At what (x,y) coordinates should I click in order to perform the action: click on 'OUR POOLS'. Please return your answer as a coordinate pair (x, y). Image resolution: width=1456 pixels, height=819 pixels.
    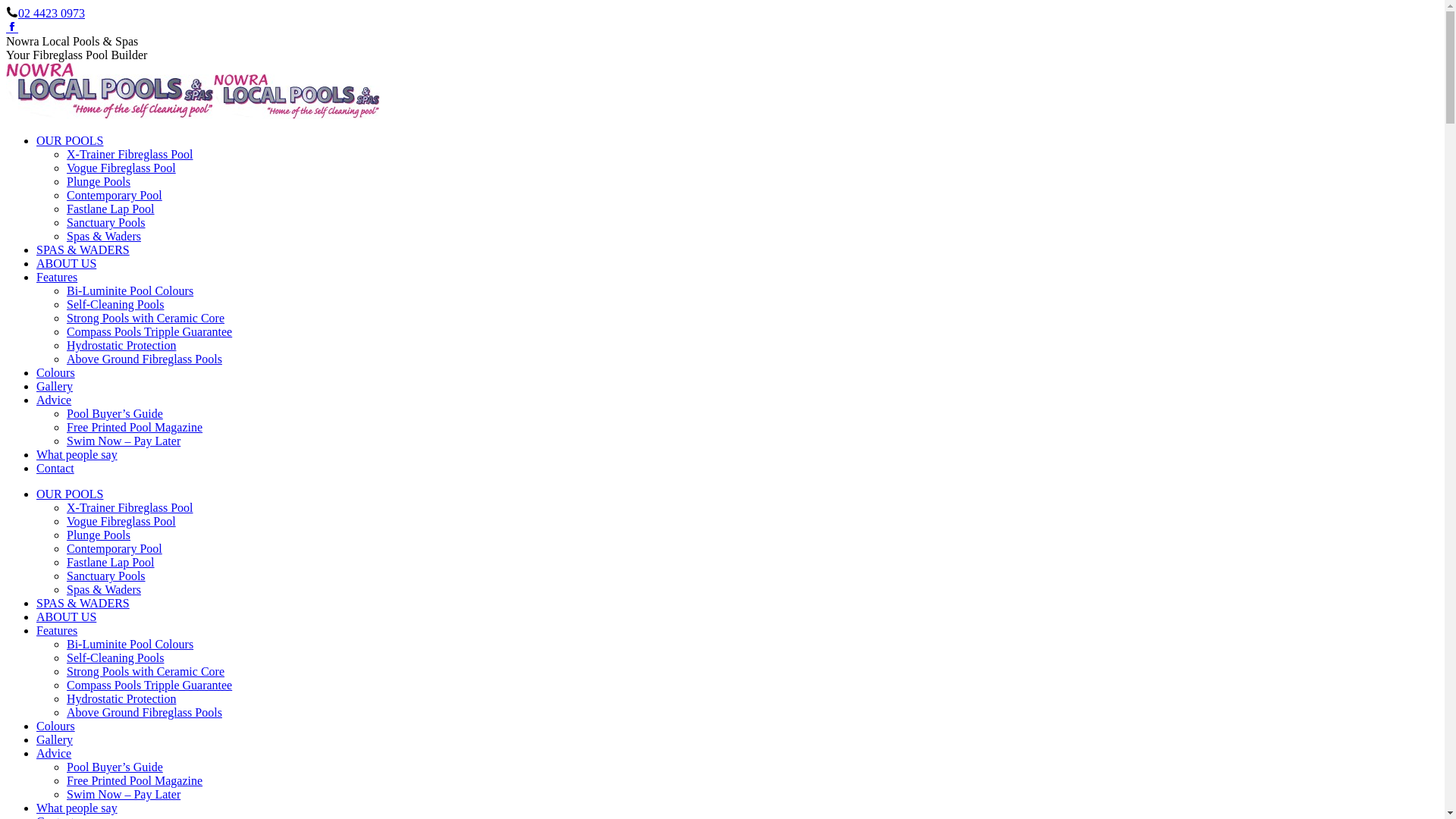
    Looking at the image, I should click on (68, 140).